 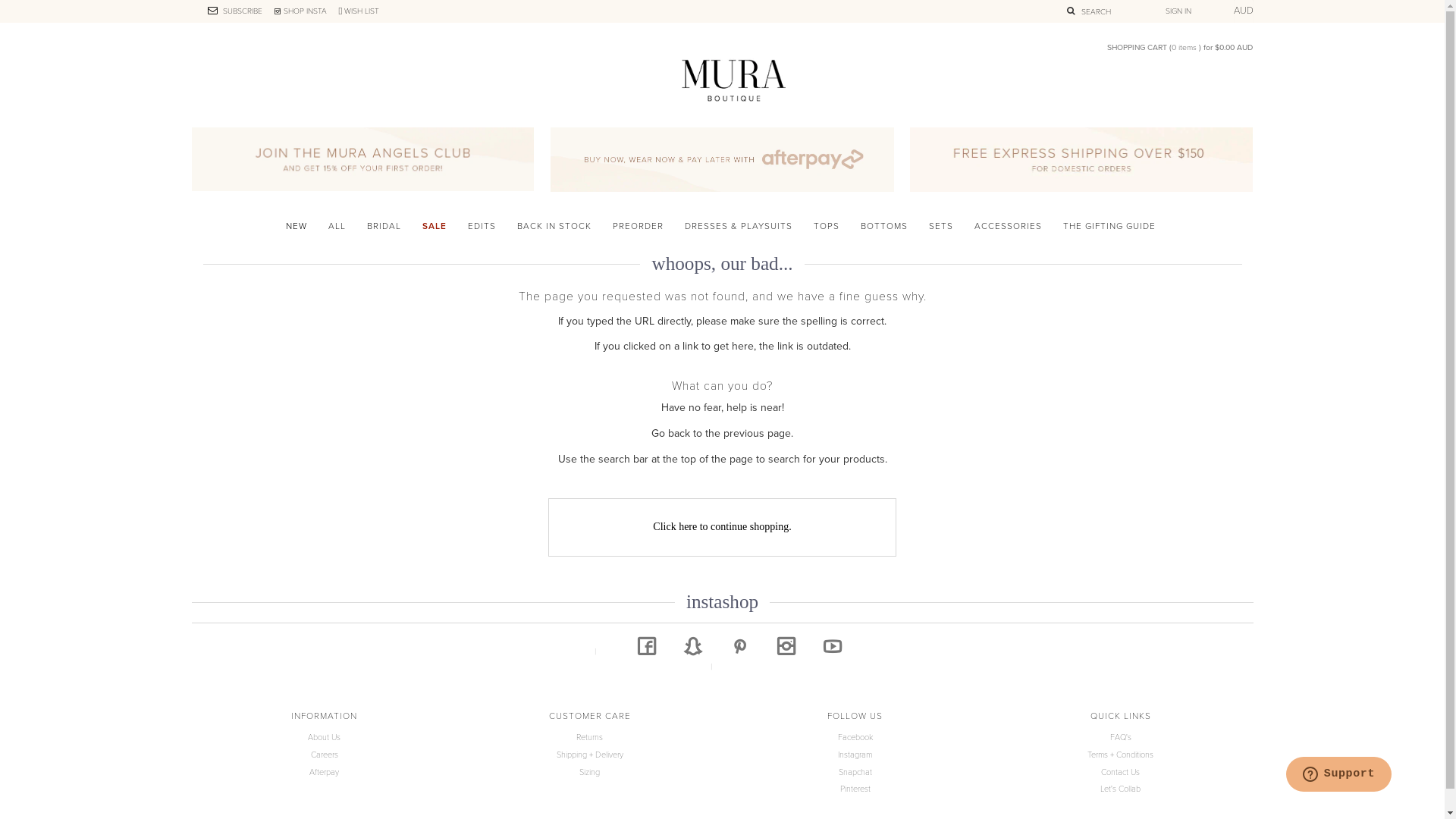 I want to click on 'DRESSES & PLAYSUITS', so click(x=675, y=226).